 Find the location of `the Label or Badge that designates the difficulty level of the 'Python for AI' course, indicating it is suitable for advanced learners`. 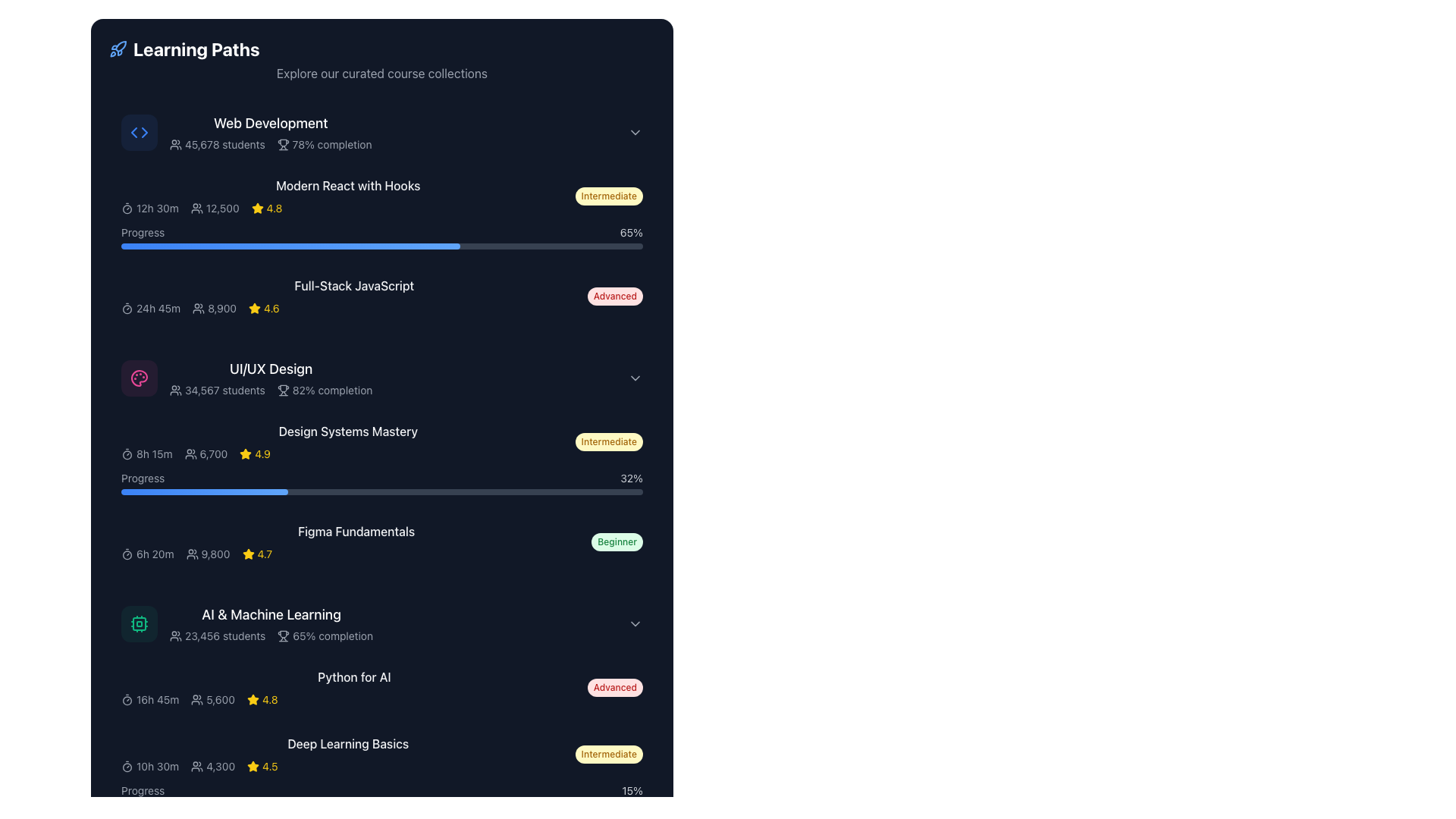

the Label or Badge that designates the difficulty level of the 'Python for AI' course, indicating it is suitable for advanced learners is located at coordinates (615, 687).